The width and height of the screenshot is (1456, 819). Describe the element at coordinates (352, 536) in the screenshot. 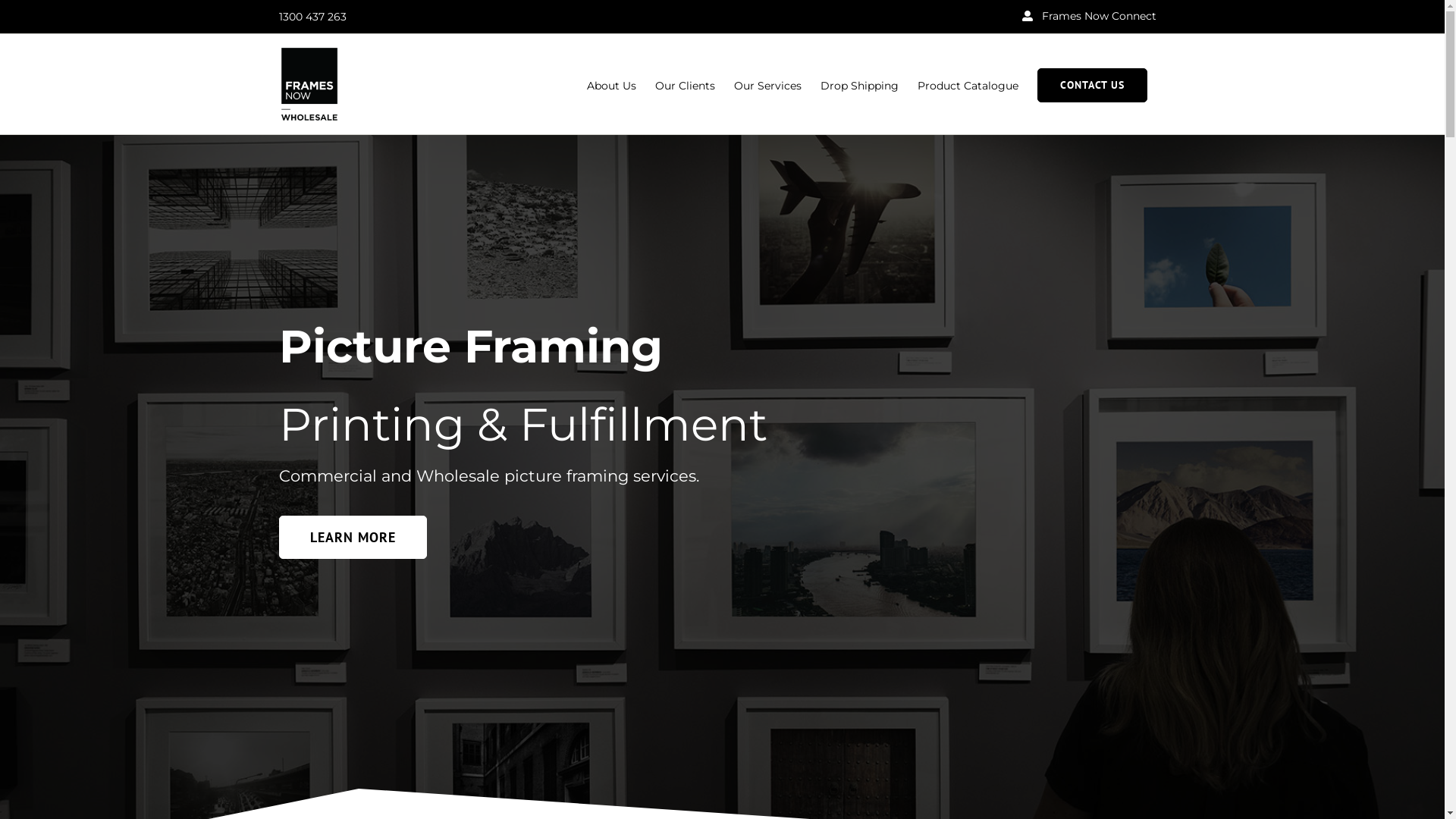

I see `'LEARN MORE'` at that location.